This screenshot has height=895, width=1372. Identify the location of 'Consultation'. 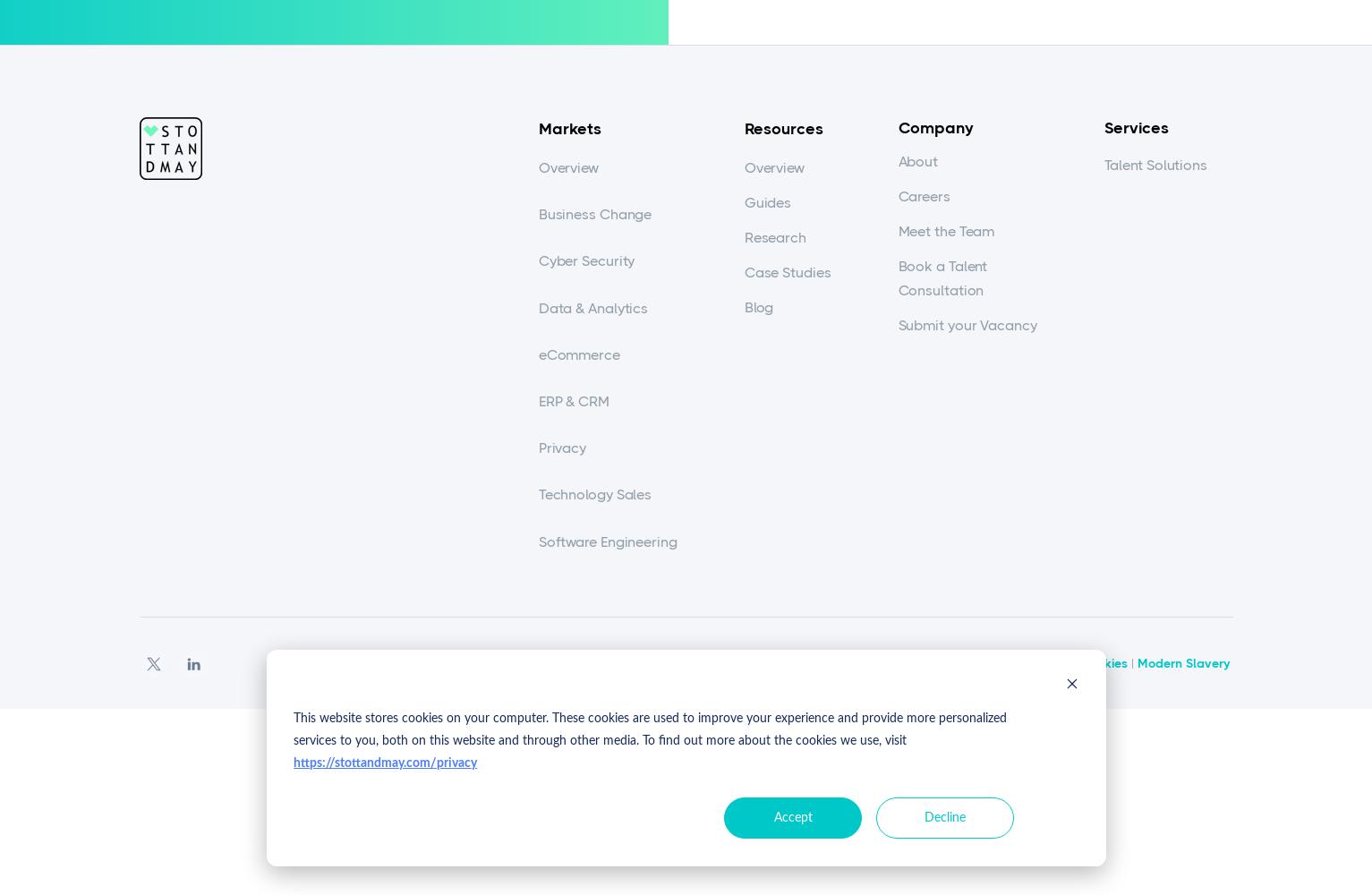
(897, 289).